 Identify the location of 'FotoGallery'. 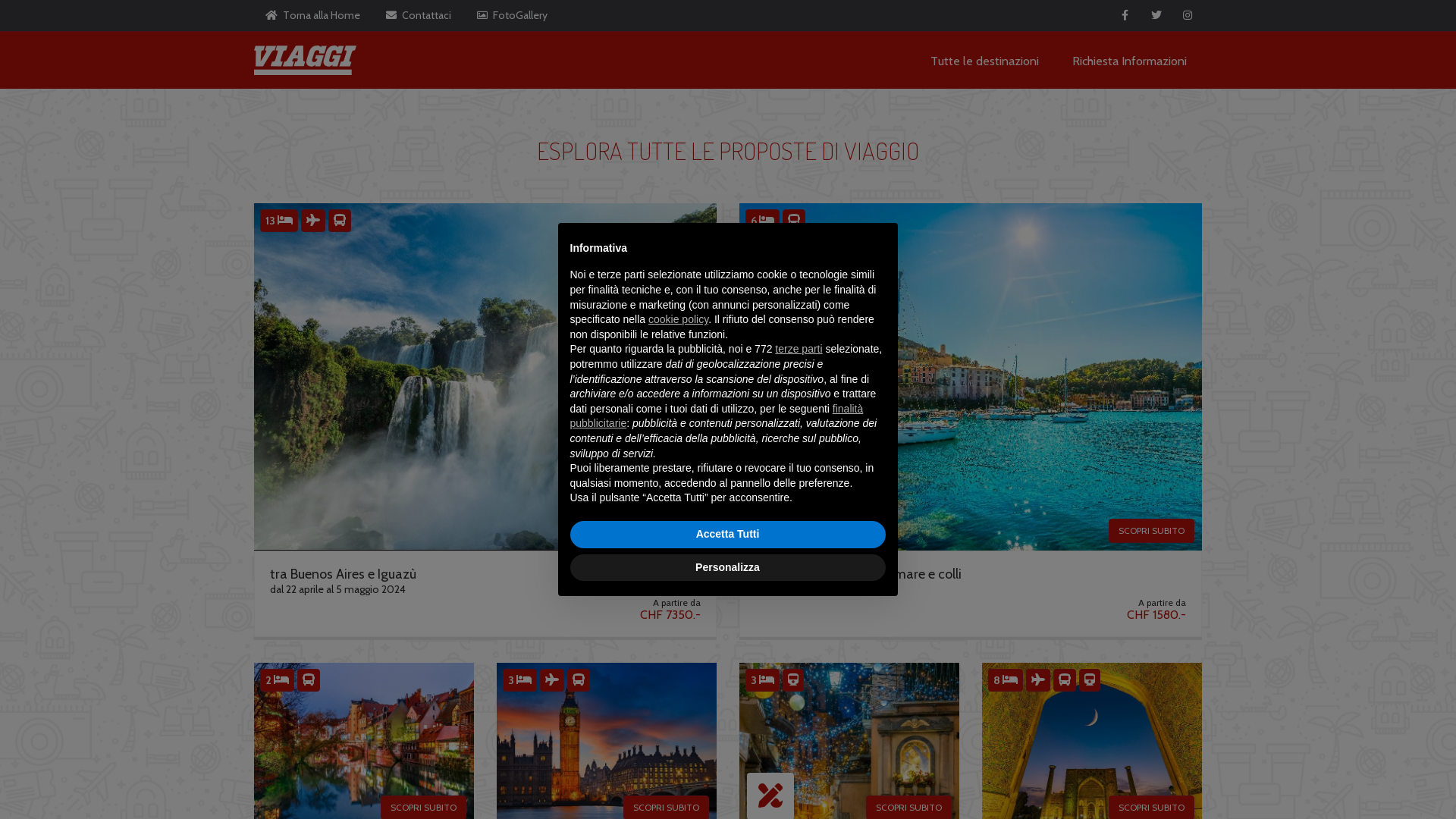
(512, 15).